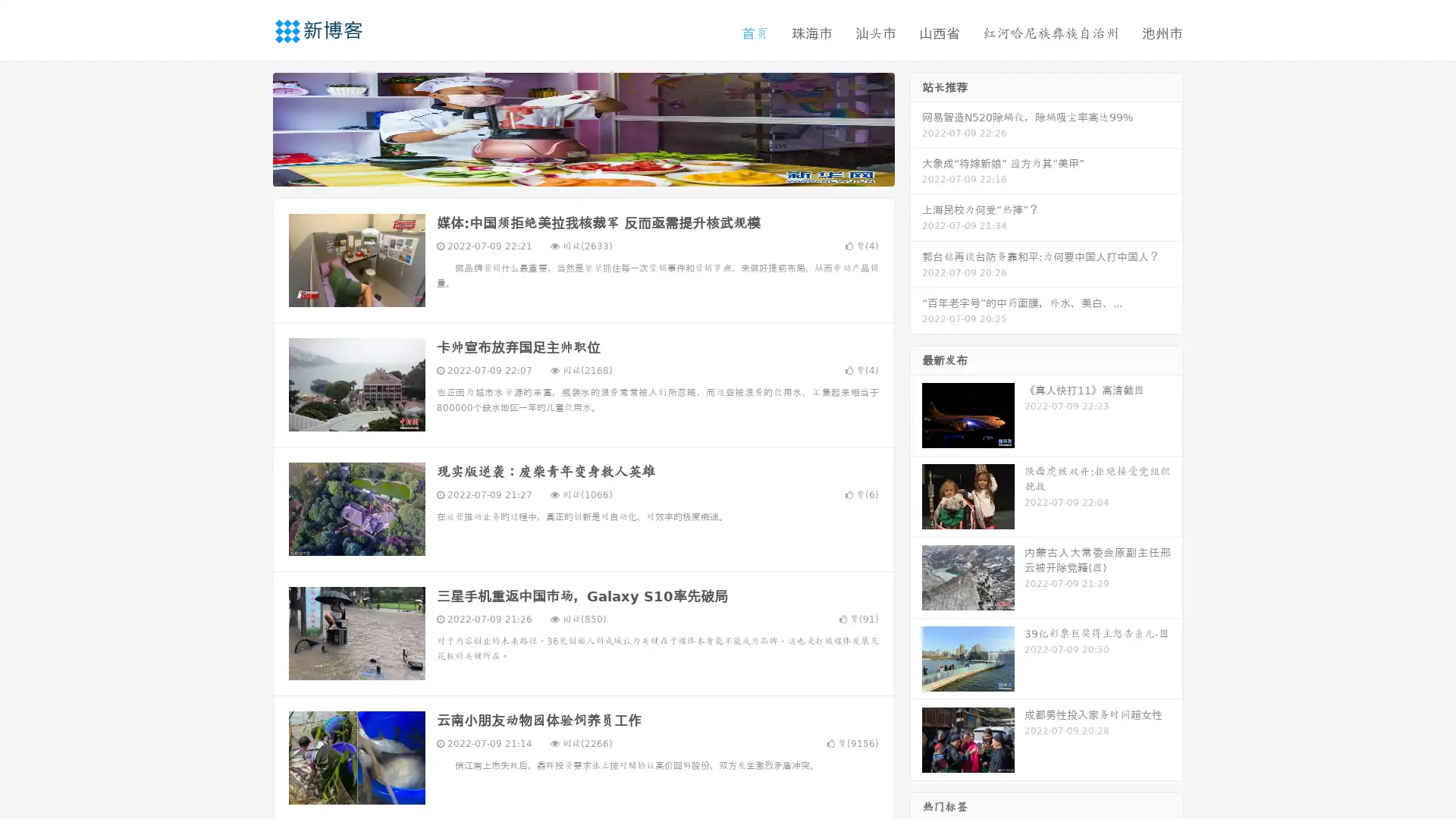 The width and height of the screenshot is (1456, 819). I want to click on Next slide, so click(916, 127).